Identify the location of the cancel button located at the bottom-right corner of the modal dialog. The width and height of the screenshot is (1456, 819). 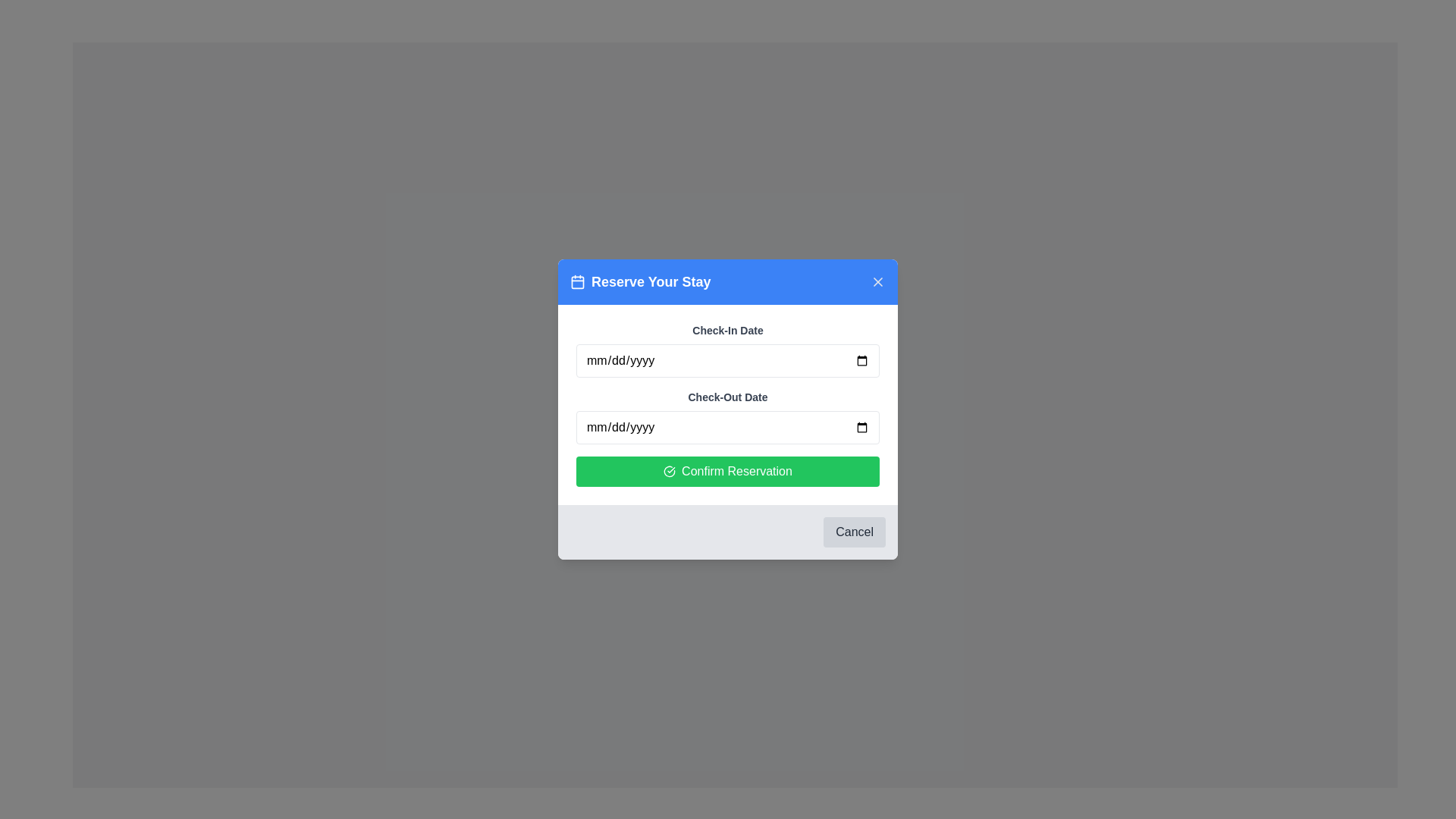
(855, 532).